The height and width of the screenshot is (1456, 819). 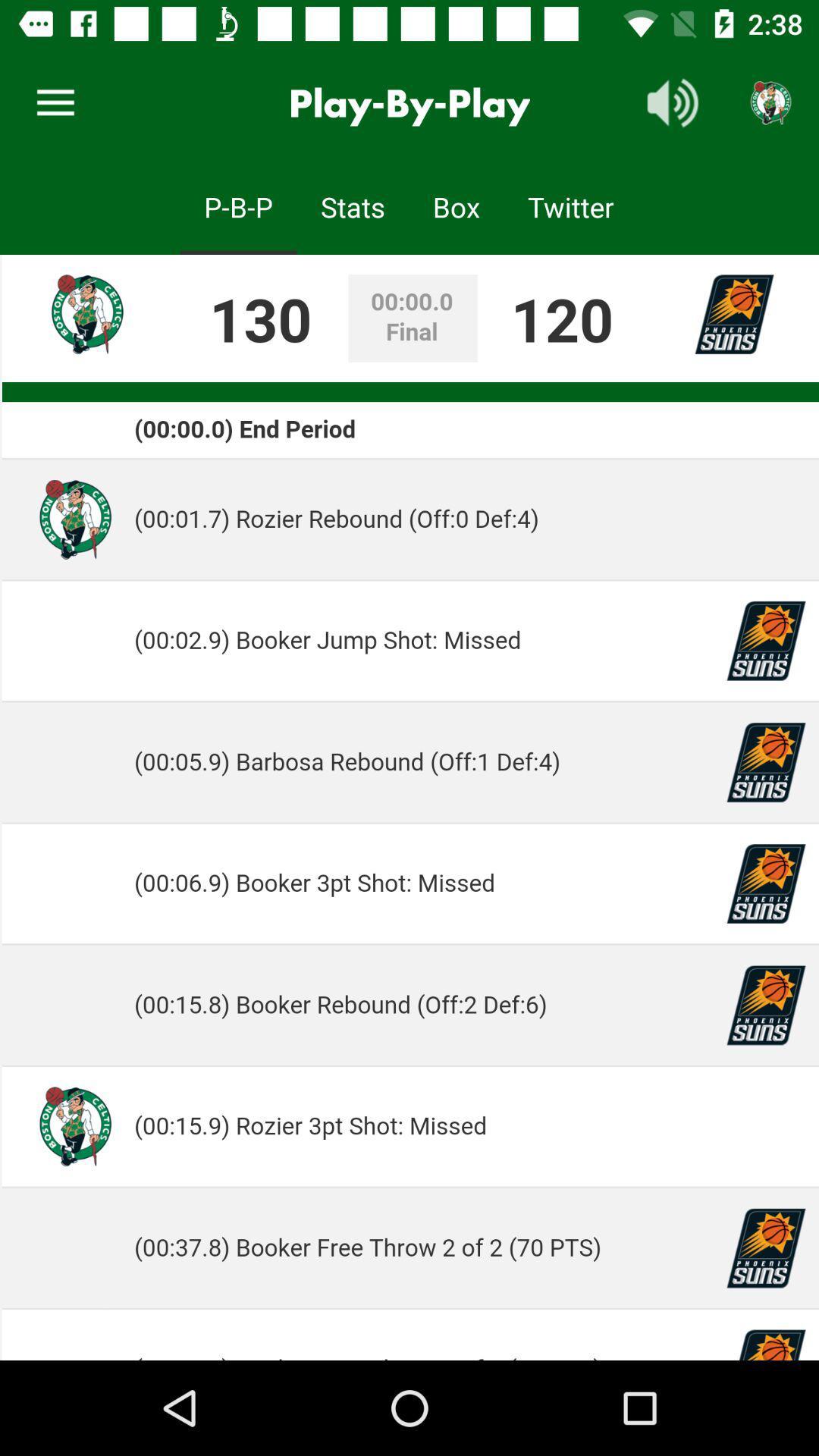 I want to click on game play visible, so click(x=409, y=807).